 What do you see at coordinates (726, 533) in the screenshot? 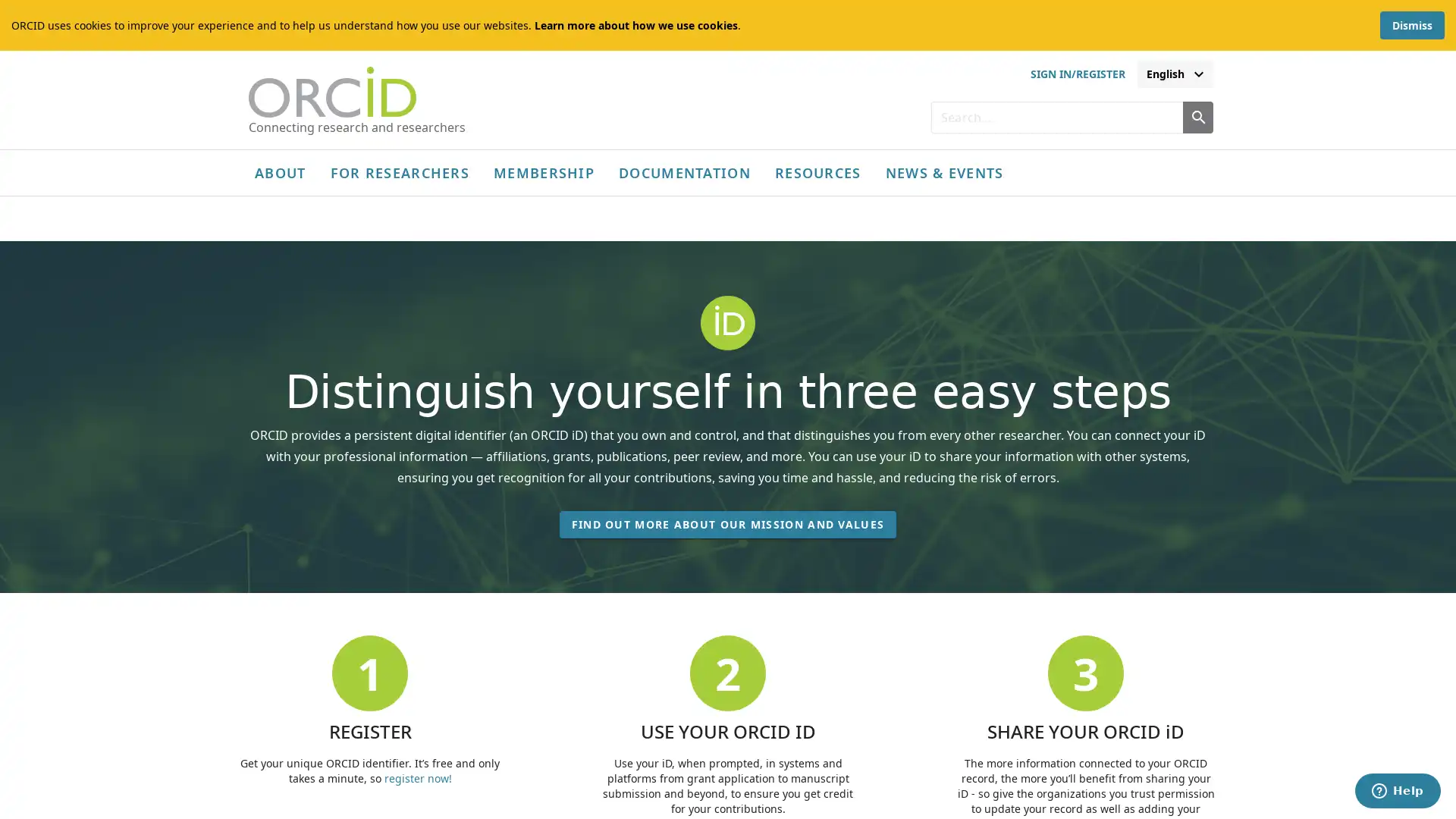
I see `FIND OUT MORE ABOUT OUR MISSION AND VALUES` at bounding box center [726, 533].